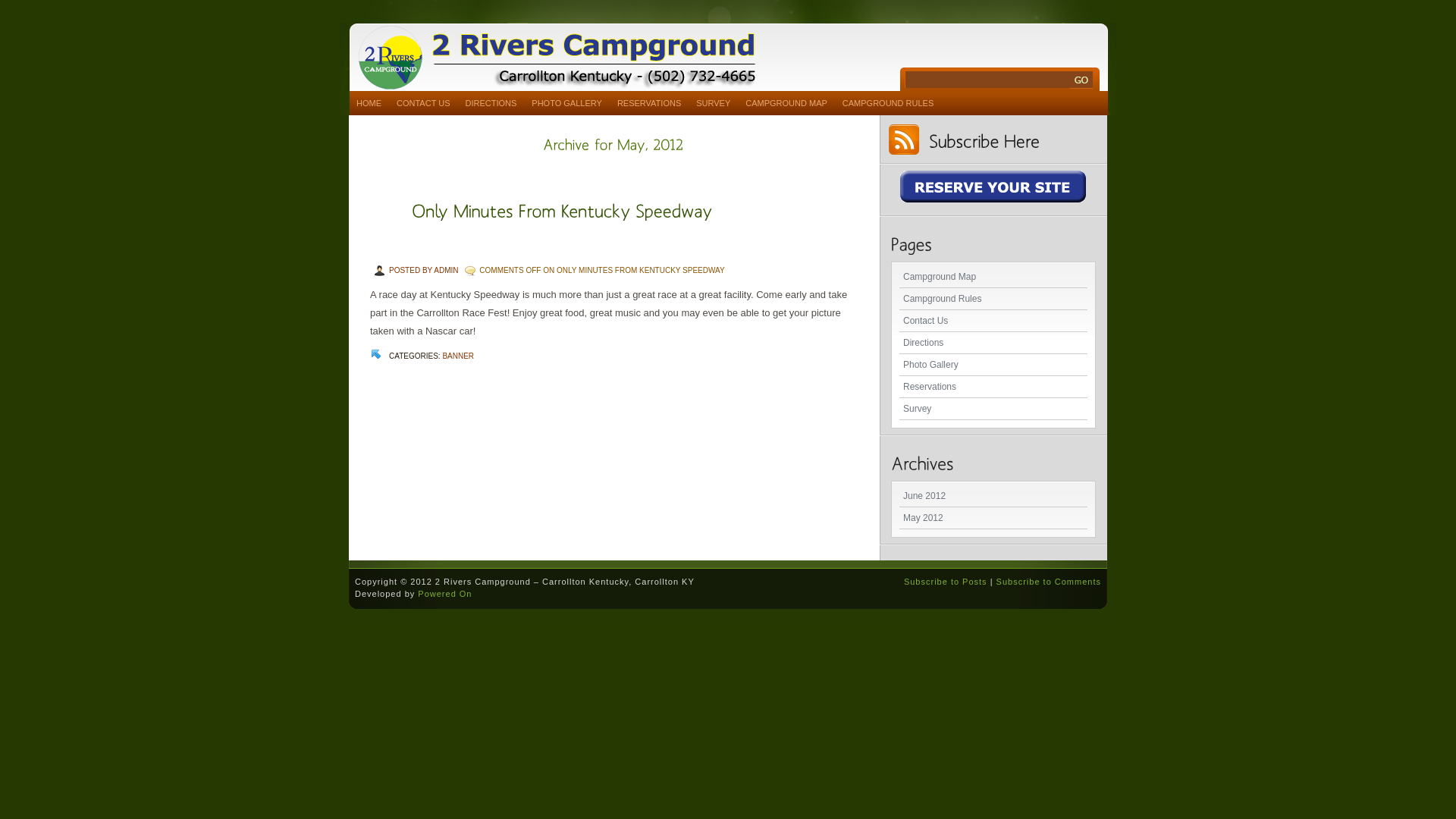 This screenshot has height=819, width=1456. Describe the element at coordinates (786, 102) in the screenshot. I see `'CAMPGROUND MAP'` at that location.